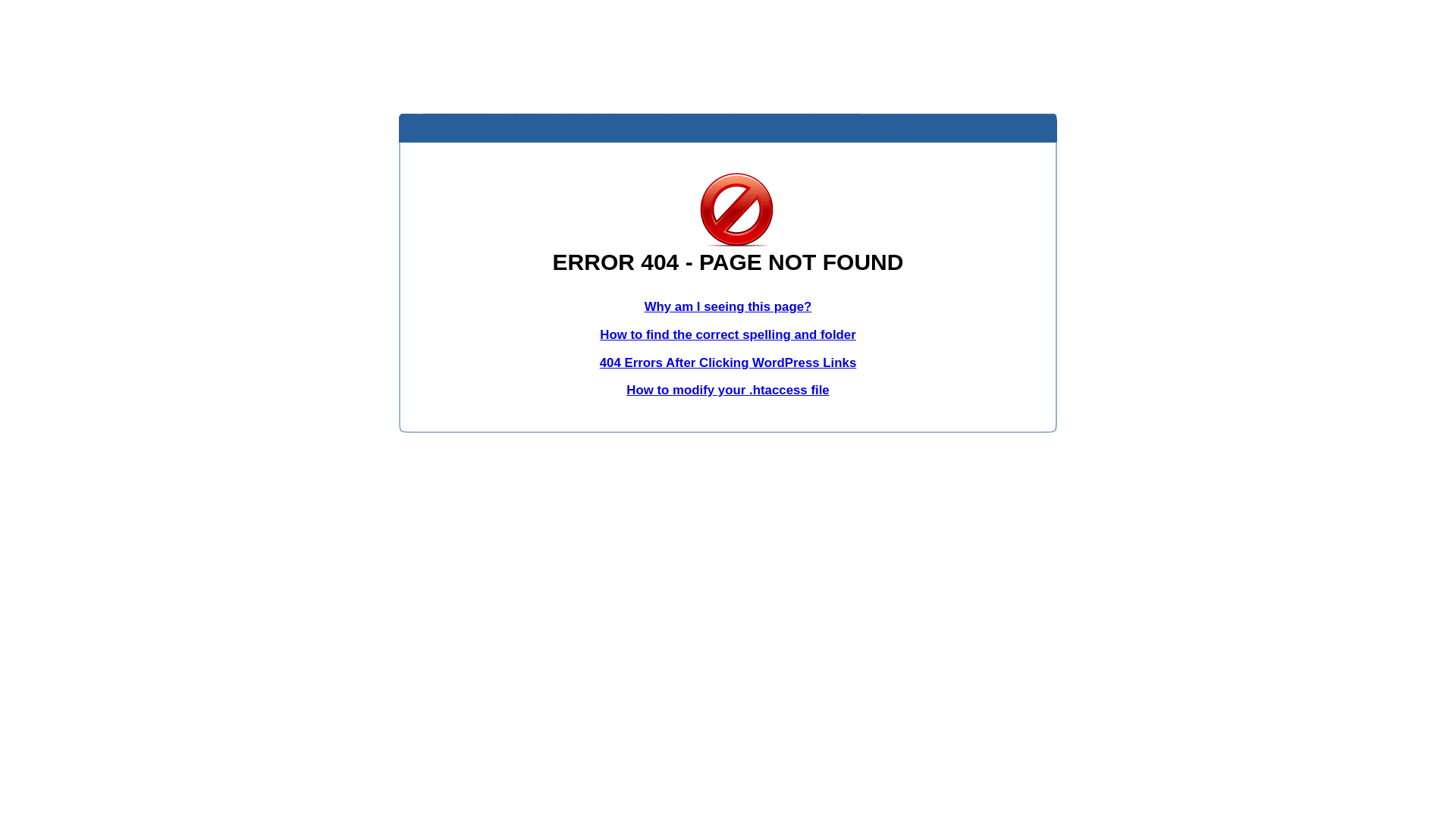  What do you see at coordinates (644, 306) in the screenshot?
I see `'Why am I seeing this page?'` at bounding box center [644, 306].